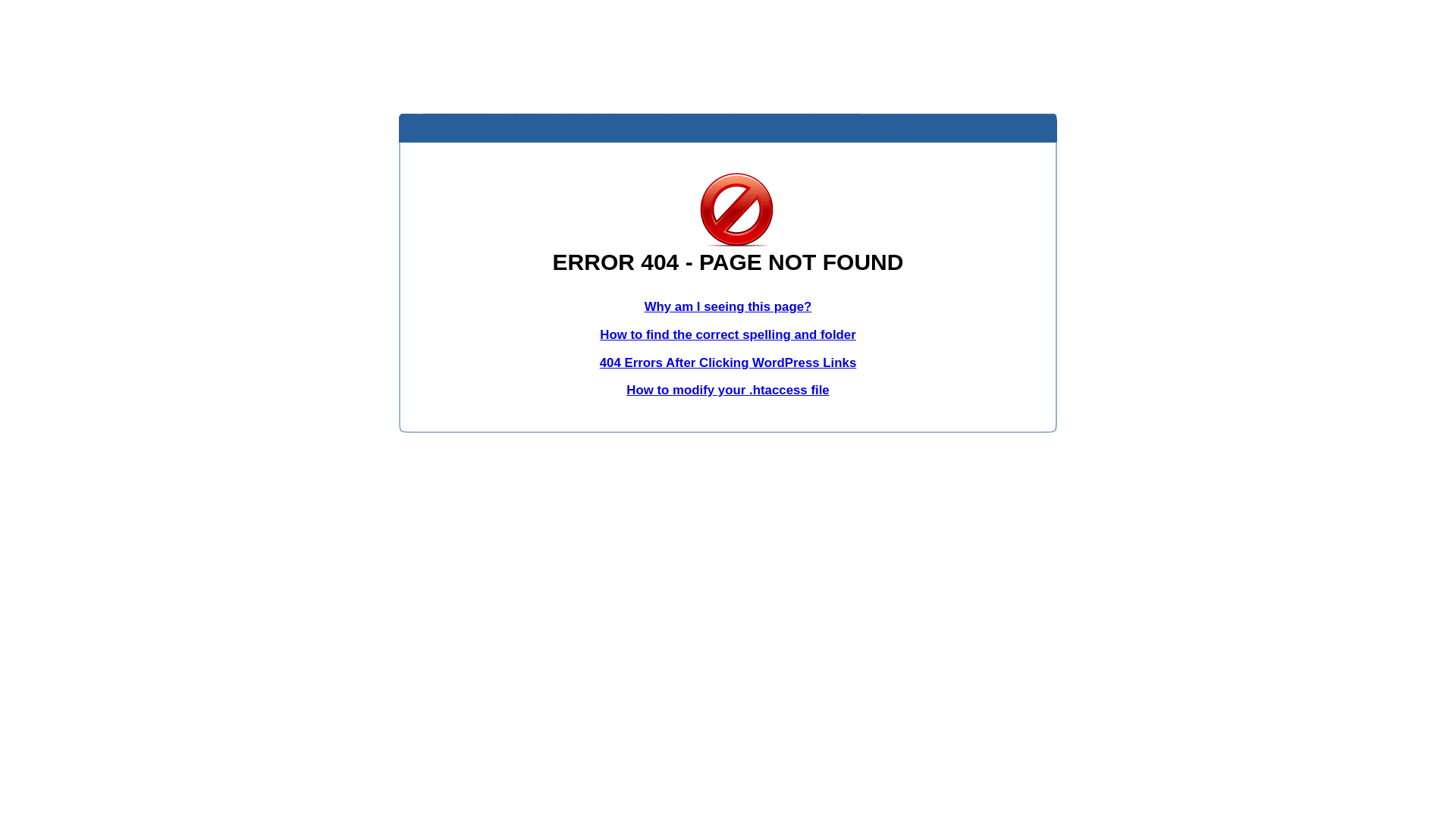  What do you see at coordinates (644, 306) in the screenshot?
I see `'Why am I seeing this page?'` at bounding box center [644, 306].